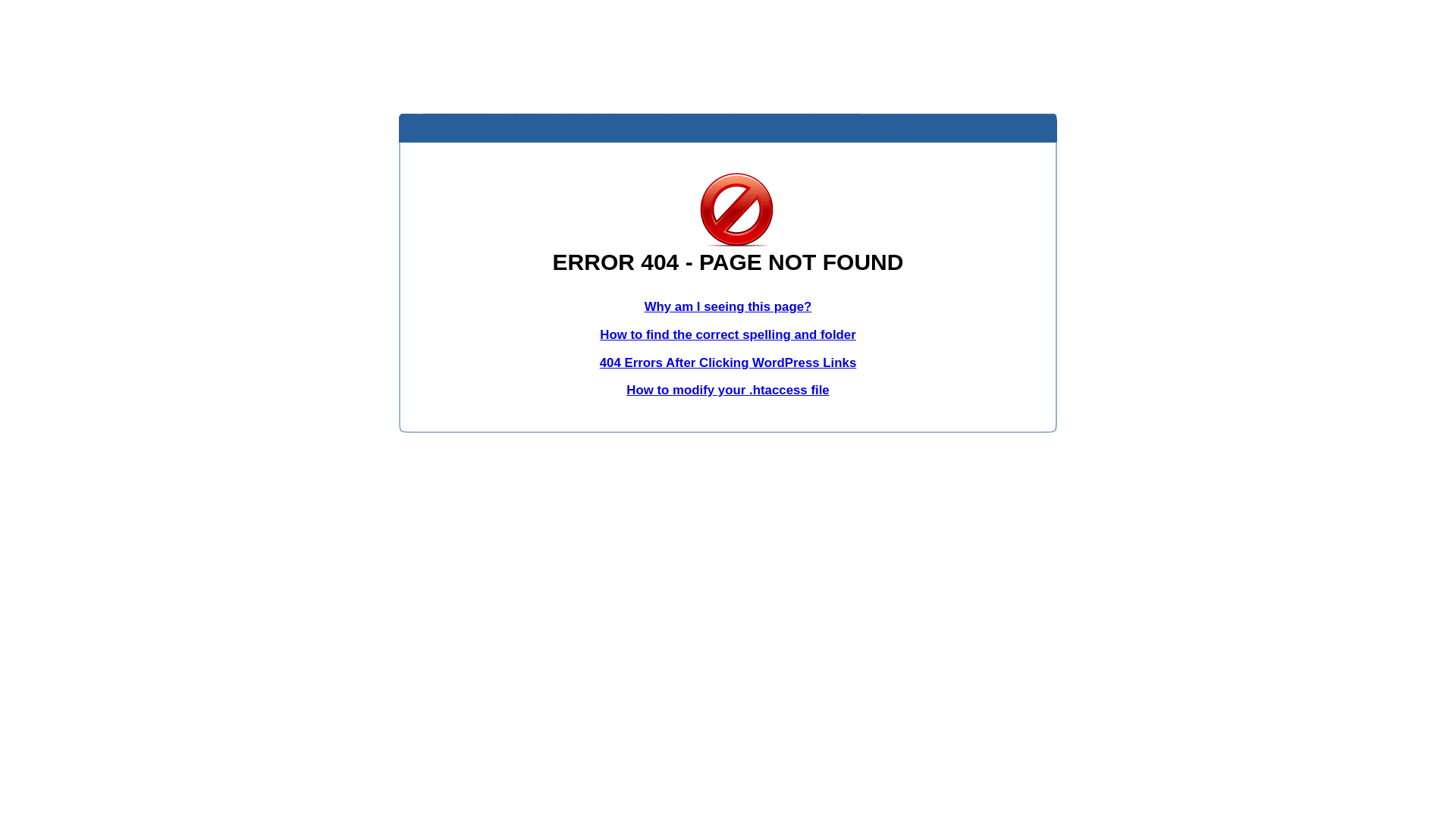  What do you see at coordinates (644, 306) in the screenshot?
I see `'Why am I seeing this page?'` at bounding box center [644, 306].